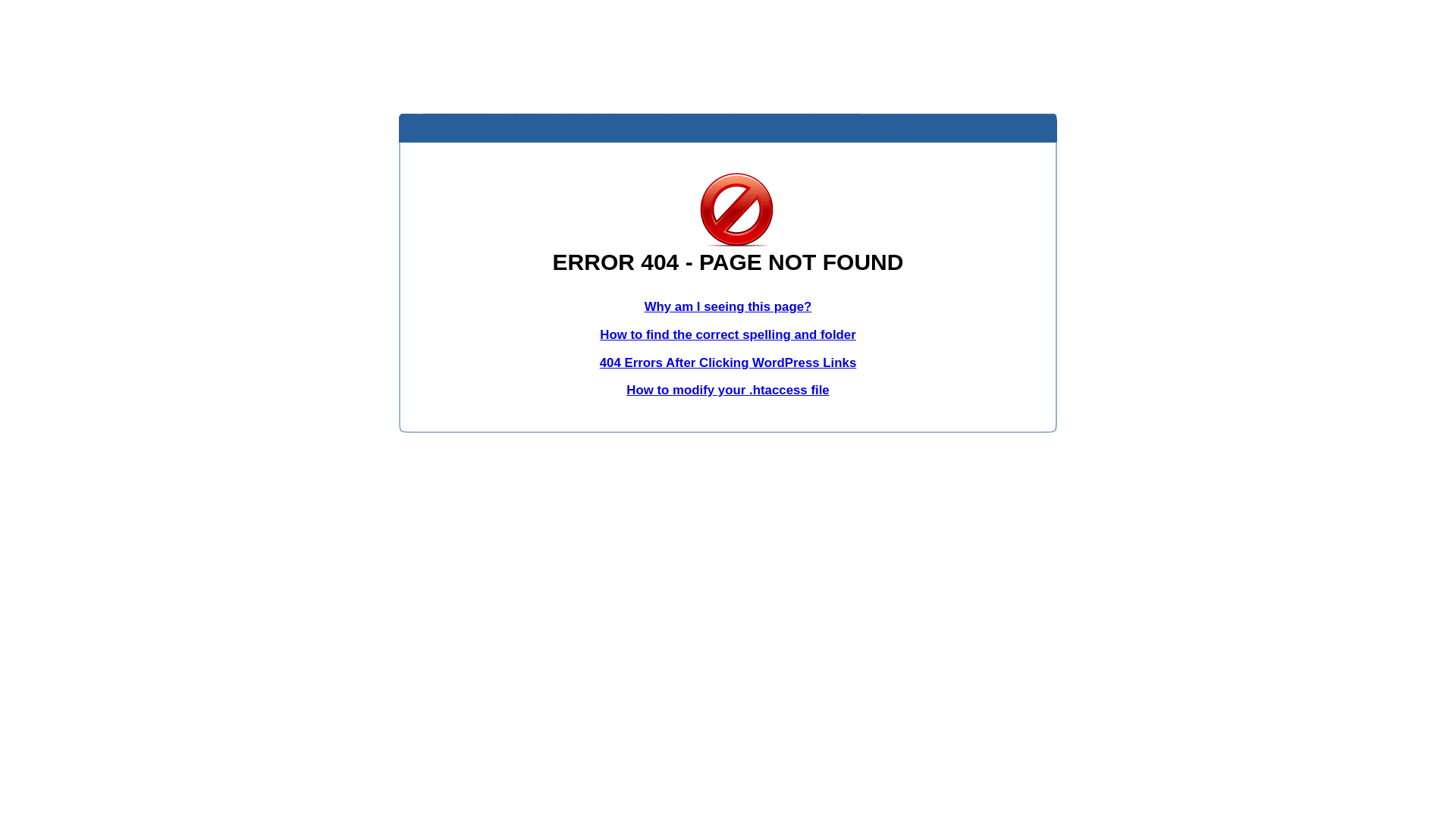  What do you see at coordinates (644, 306) in the screenshot?
I see `'Why am I seeing this page?'` at bounding box center [644, 306].